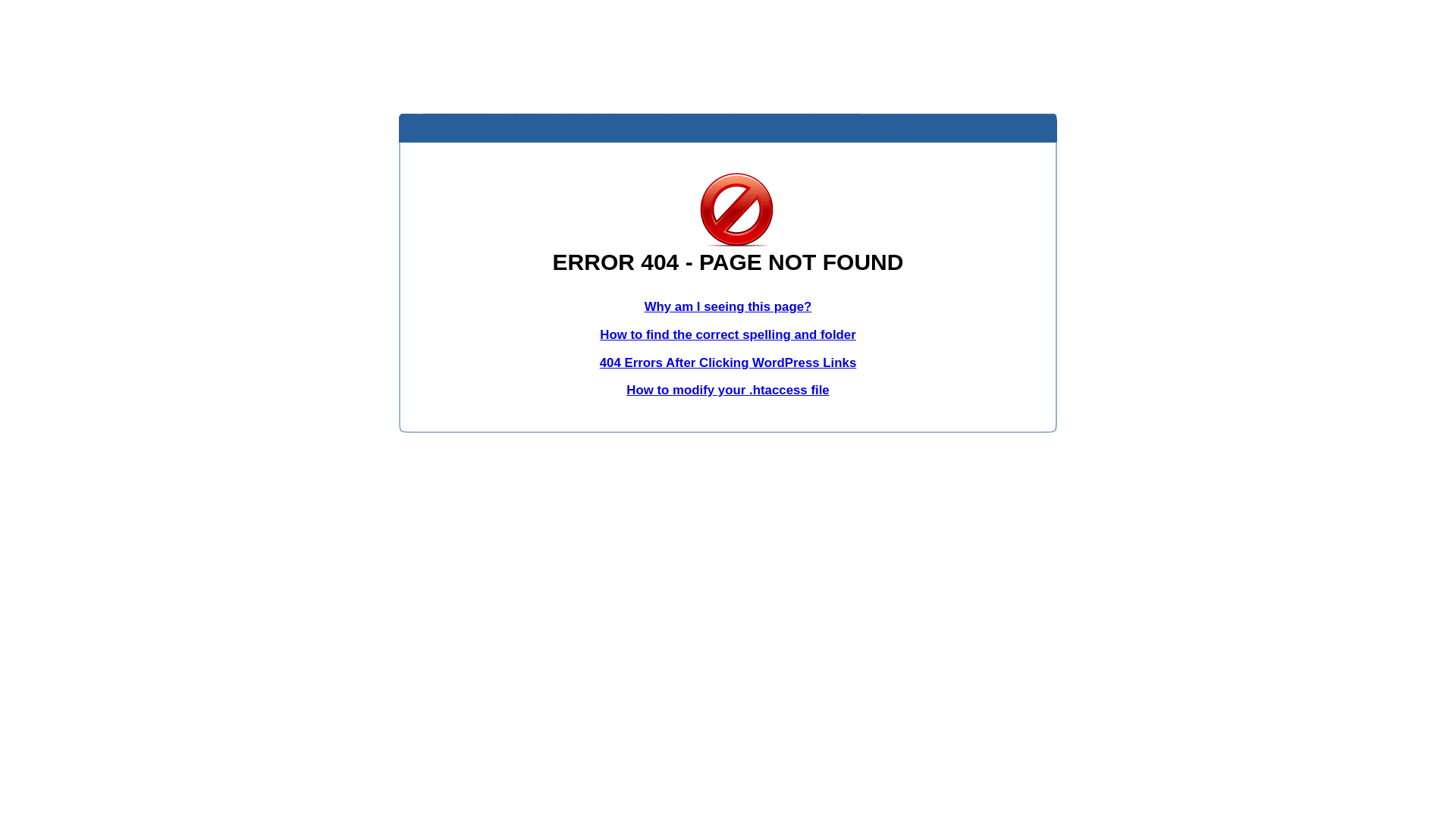  What do you see at coordinates (644, 306) in the screenshot?
I see `'Why am I seeing this page?'` at bounding box center [644, 306].